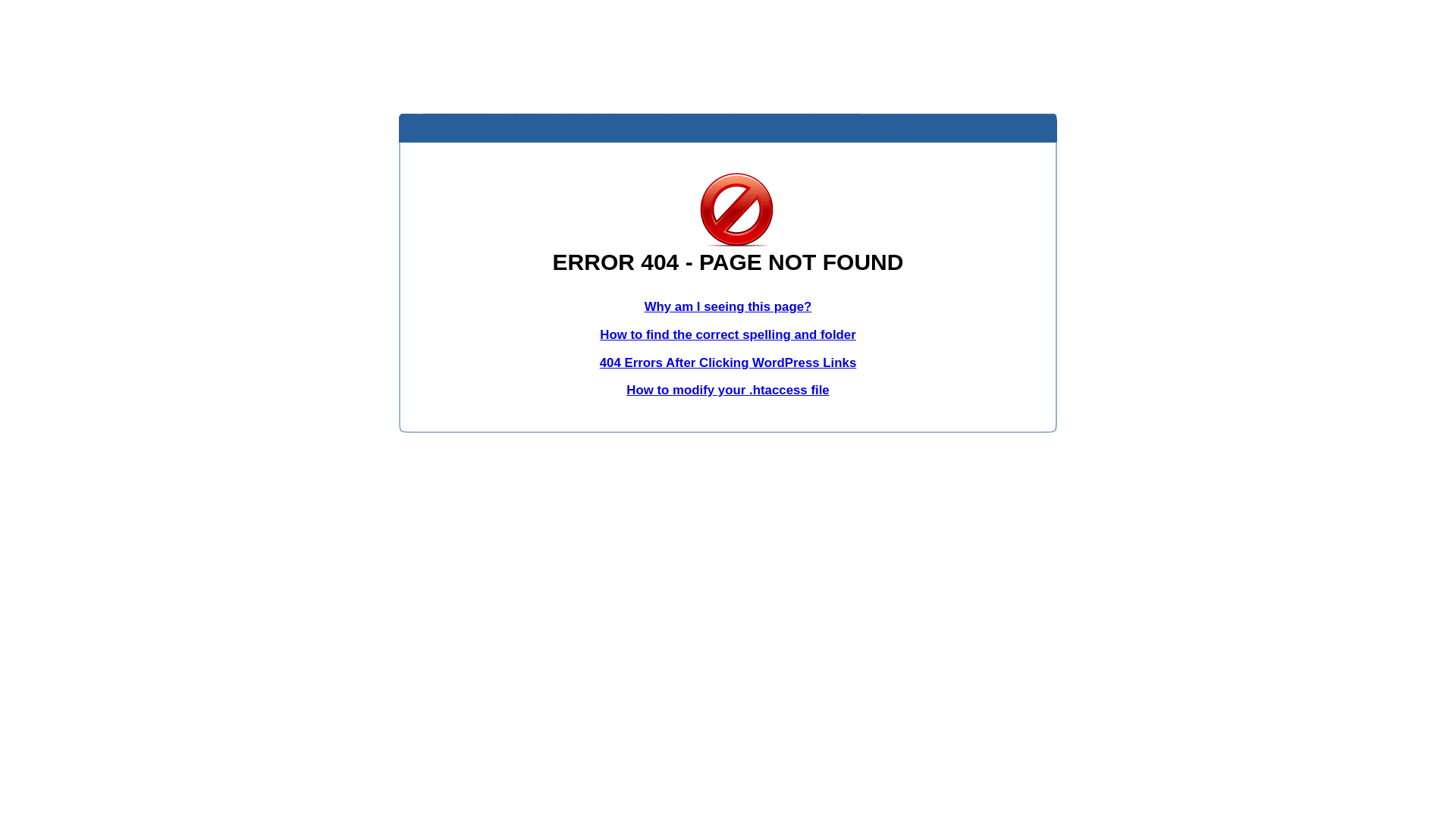  What do you see at coordinates (644, 306) in the screenshot?
I see `'Why am I seeing this page?'` at bounding box center [644, 306].